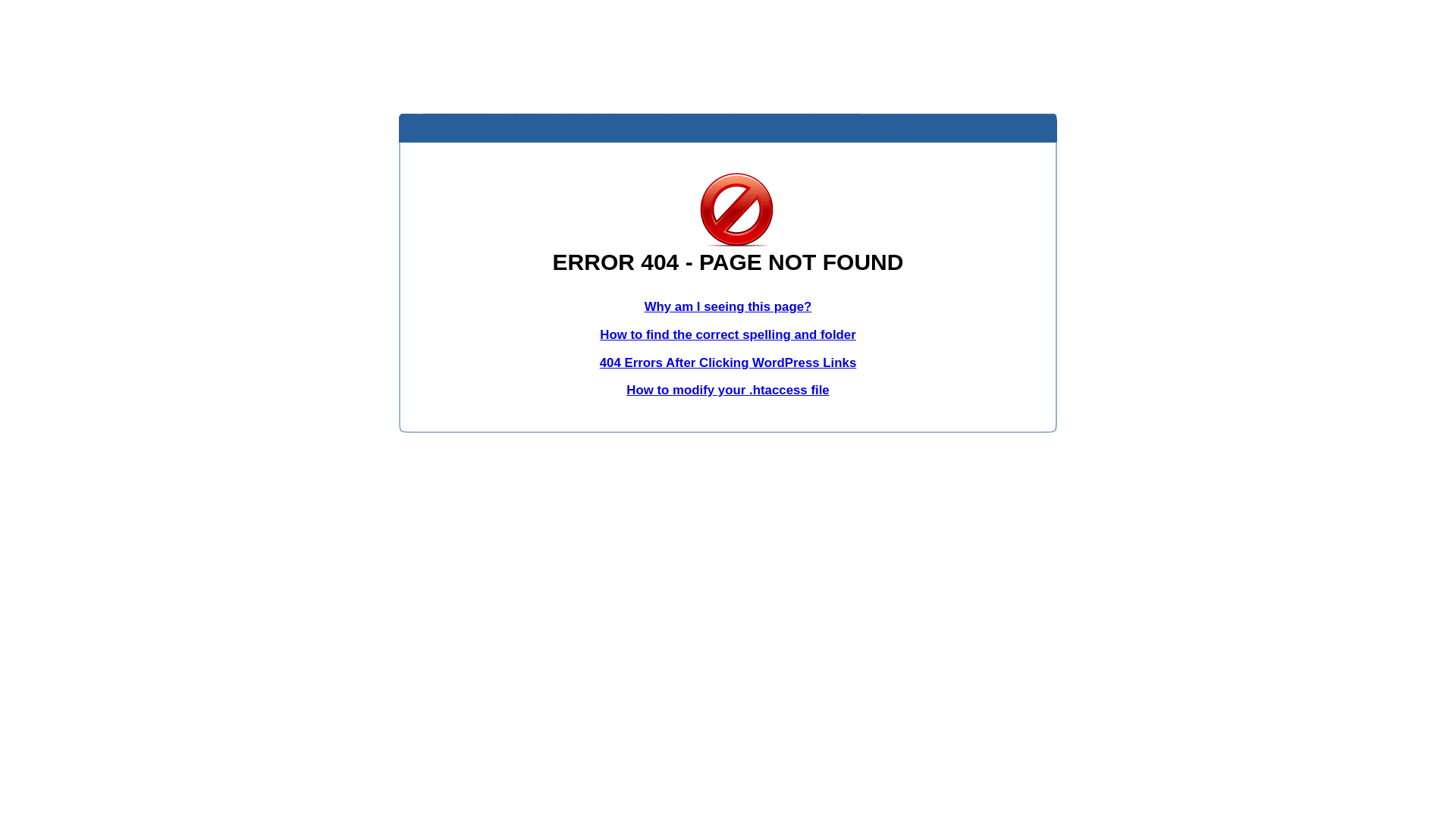  What do you see at coordinates (644, 306) in the screenshot?
I see `'Why am I seeing this page?'` at bounding box center [644, 306].